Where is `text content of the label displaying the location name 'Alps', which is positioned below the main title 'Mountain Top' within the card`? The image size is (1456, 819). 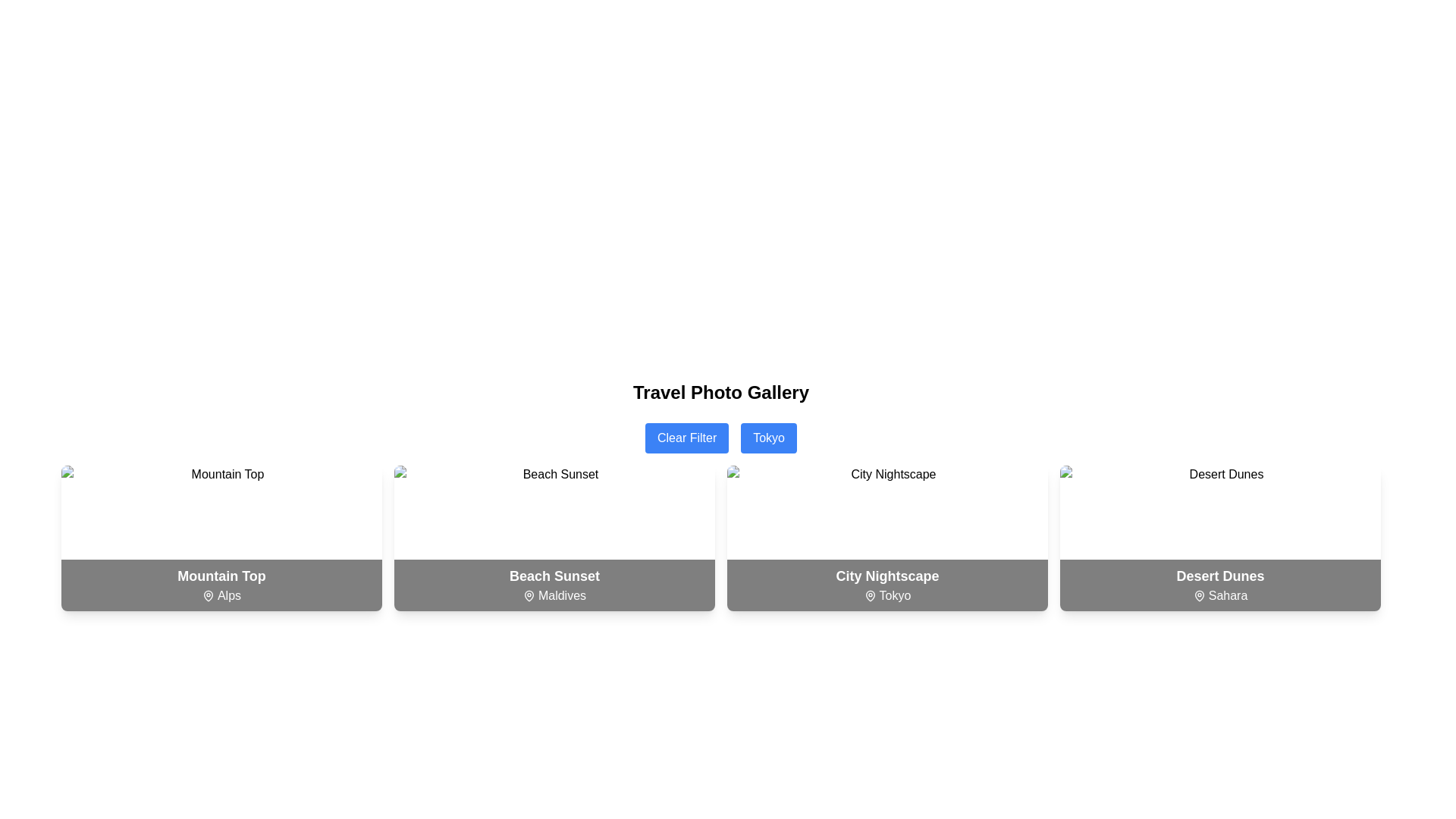 text content of the label displaying the location name 'Alps', which is positioned below the main title 'Mountain Top' within the card is located at coordinates (221, 595).